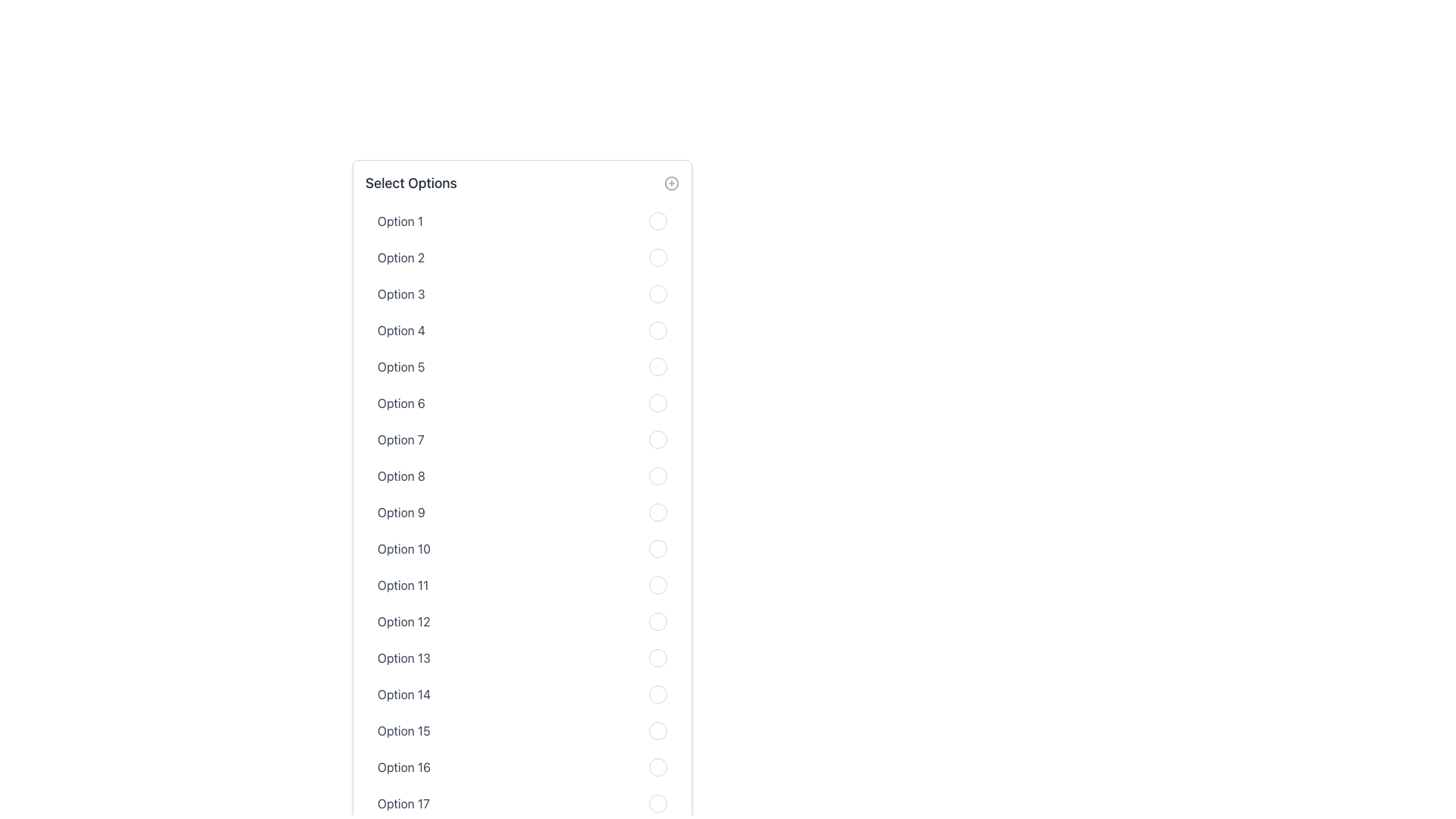 Image resolution: width=1456 pixels, height=819 pixels. Describe the element at coordinates (522, 439) in the screenshot. I see `the 7th Radio List Item, labeled 'Option 7'` at that location.